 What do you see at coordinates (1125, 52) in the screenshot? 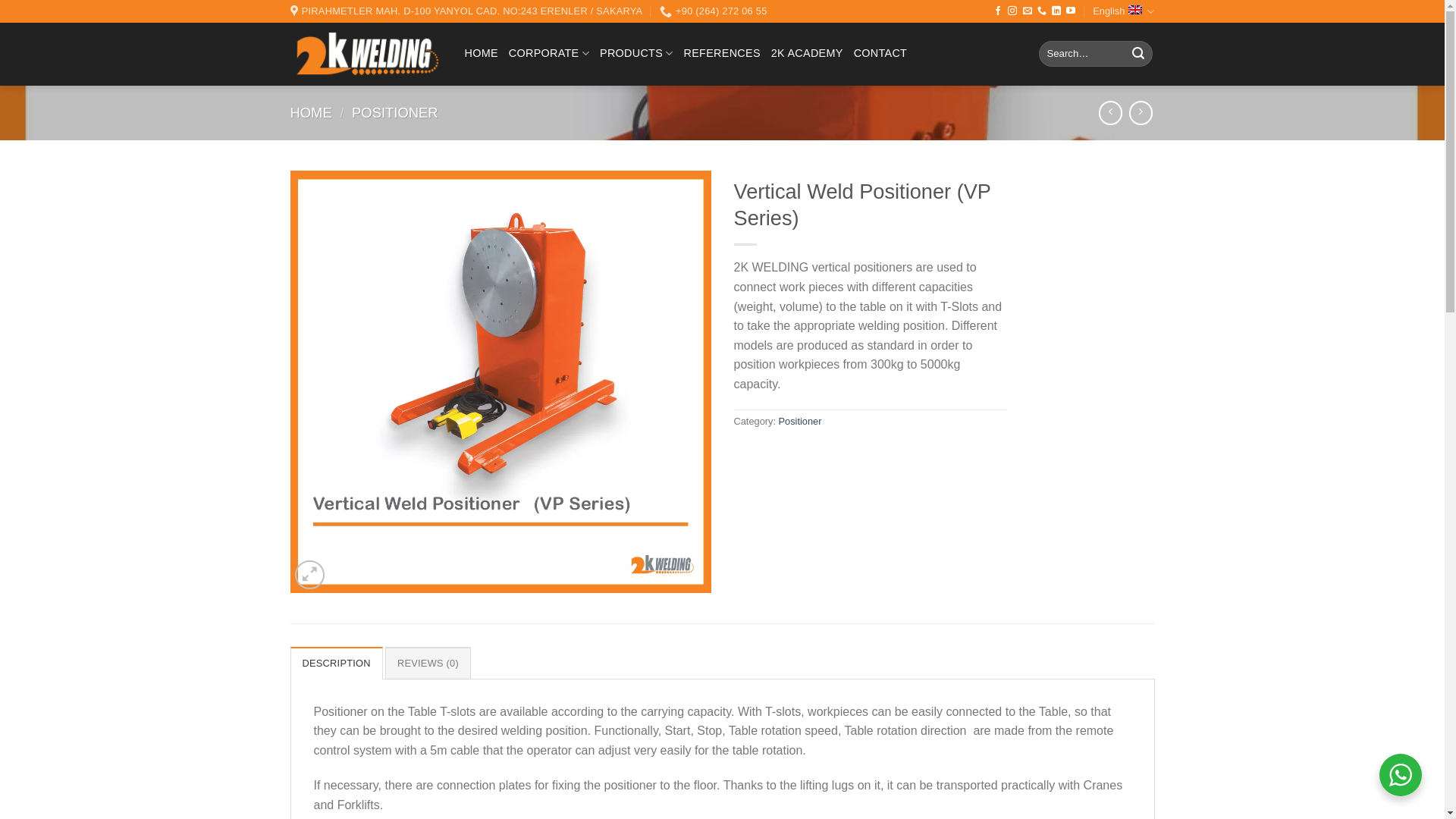
I see `'Search'` at bounding box center [1125, 52].